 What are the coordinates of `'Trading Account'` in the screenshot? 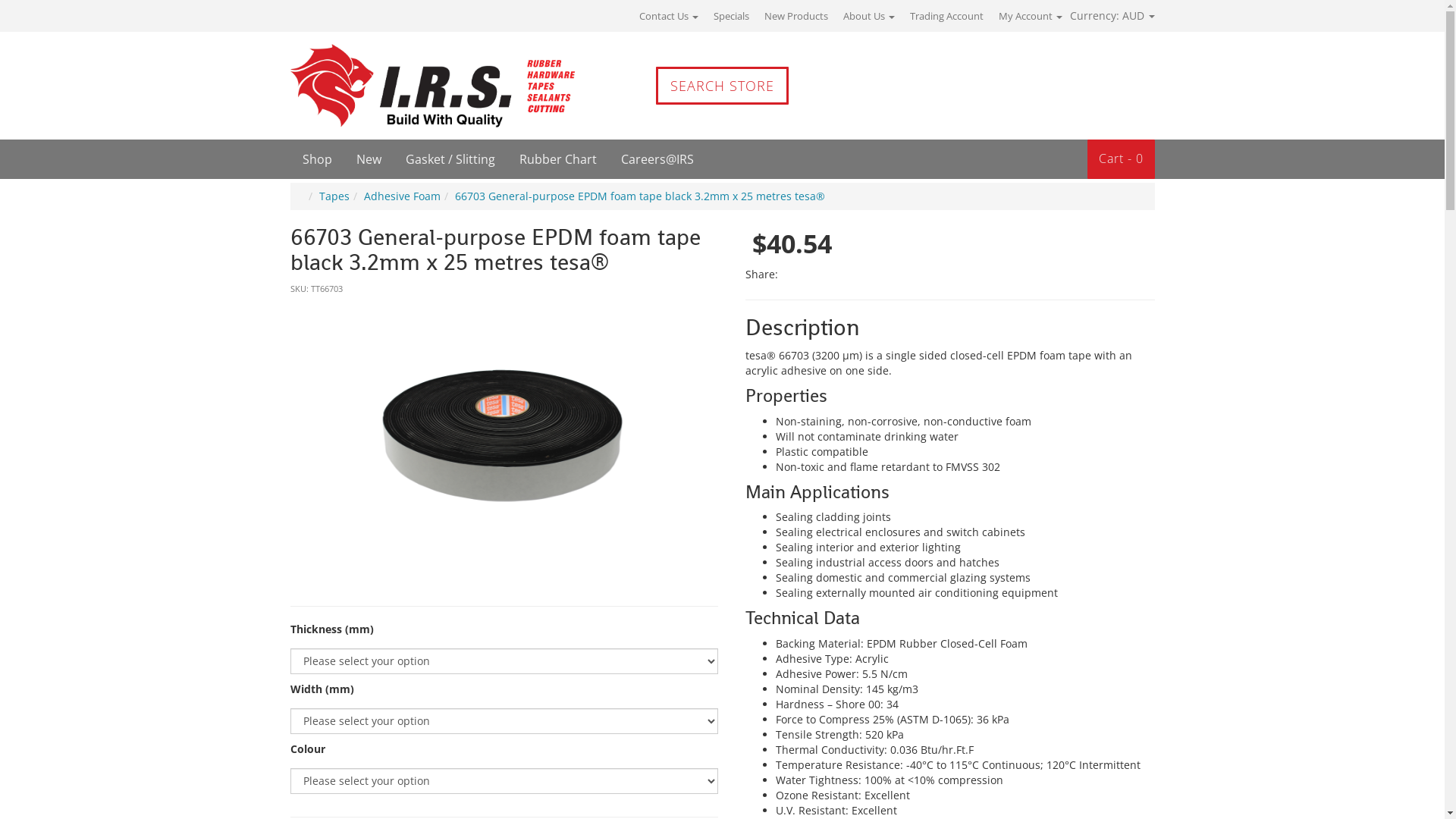 It's located at (946, 15).